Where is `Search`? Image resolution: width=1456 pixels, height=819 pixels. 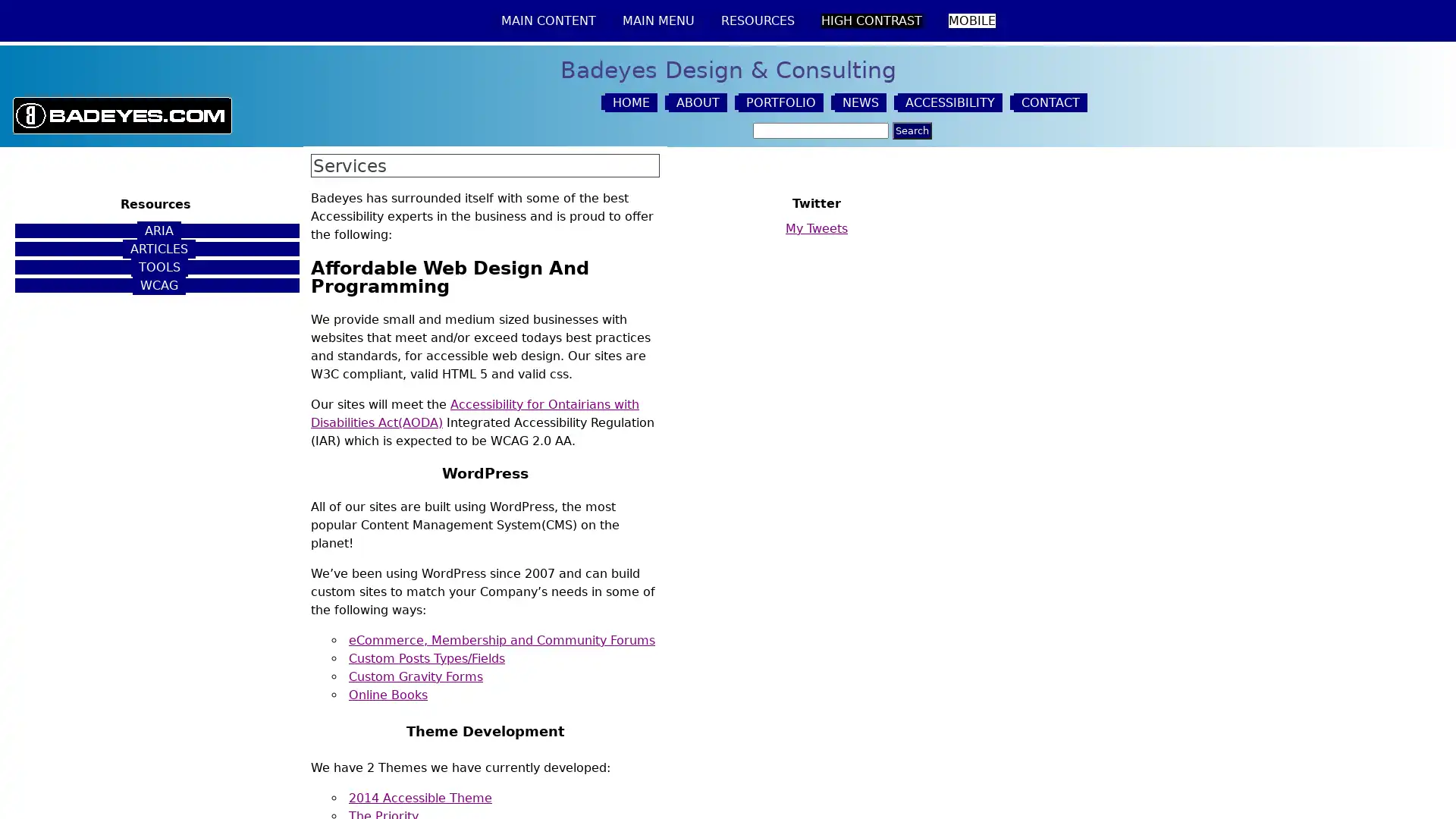
Search is located at coordinates (910, 130).